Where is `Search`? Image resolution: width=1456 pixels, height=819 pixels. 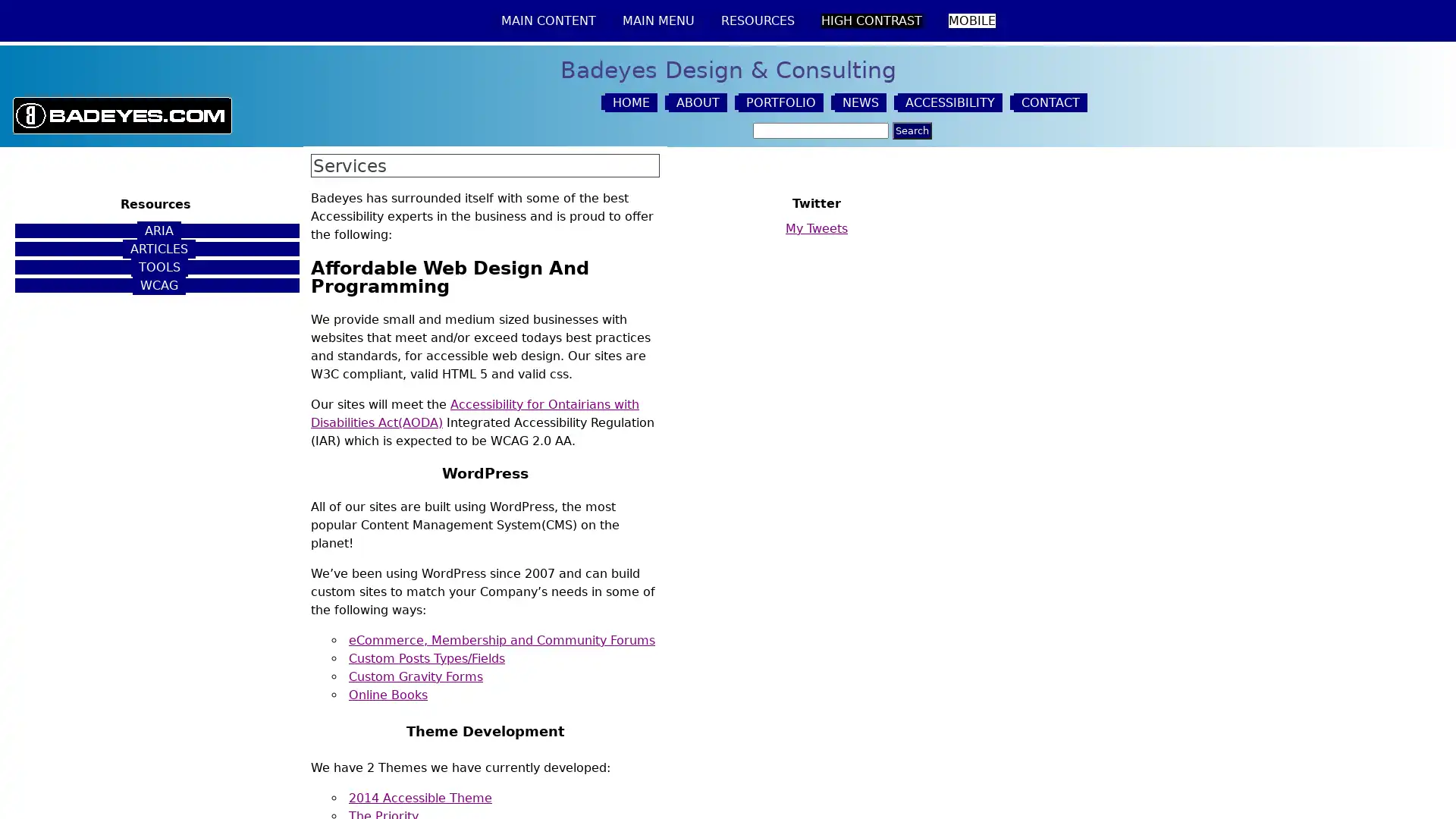
Search is located at coordinates (910, 130).